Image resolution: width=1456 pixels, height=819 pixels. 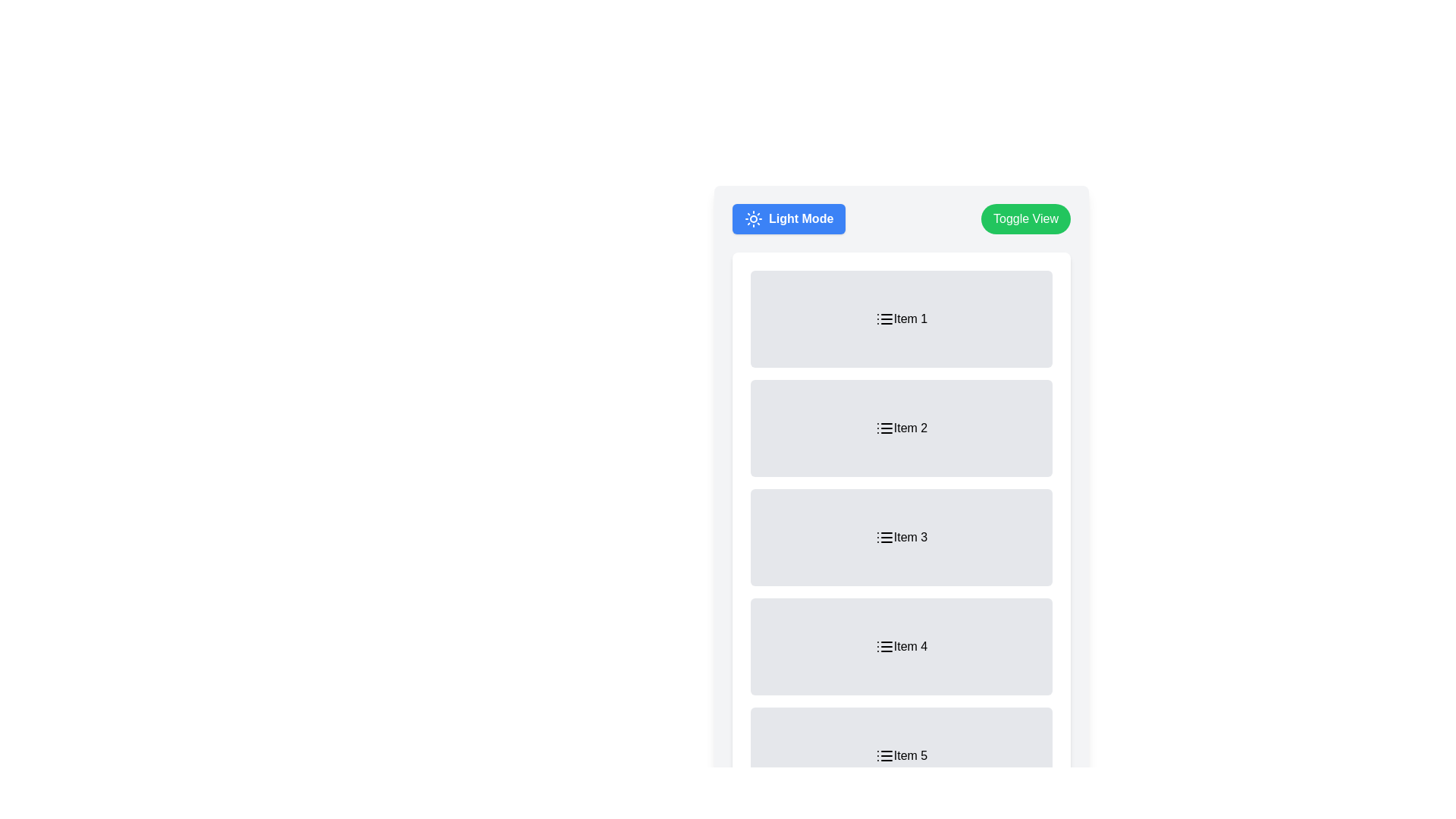 I want to click on the list icon represented by three horizontally stacked lines, located in the top-left corner of the 'Item 5' element in a vertically stacked list, so click(x=884, y=755).